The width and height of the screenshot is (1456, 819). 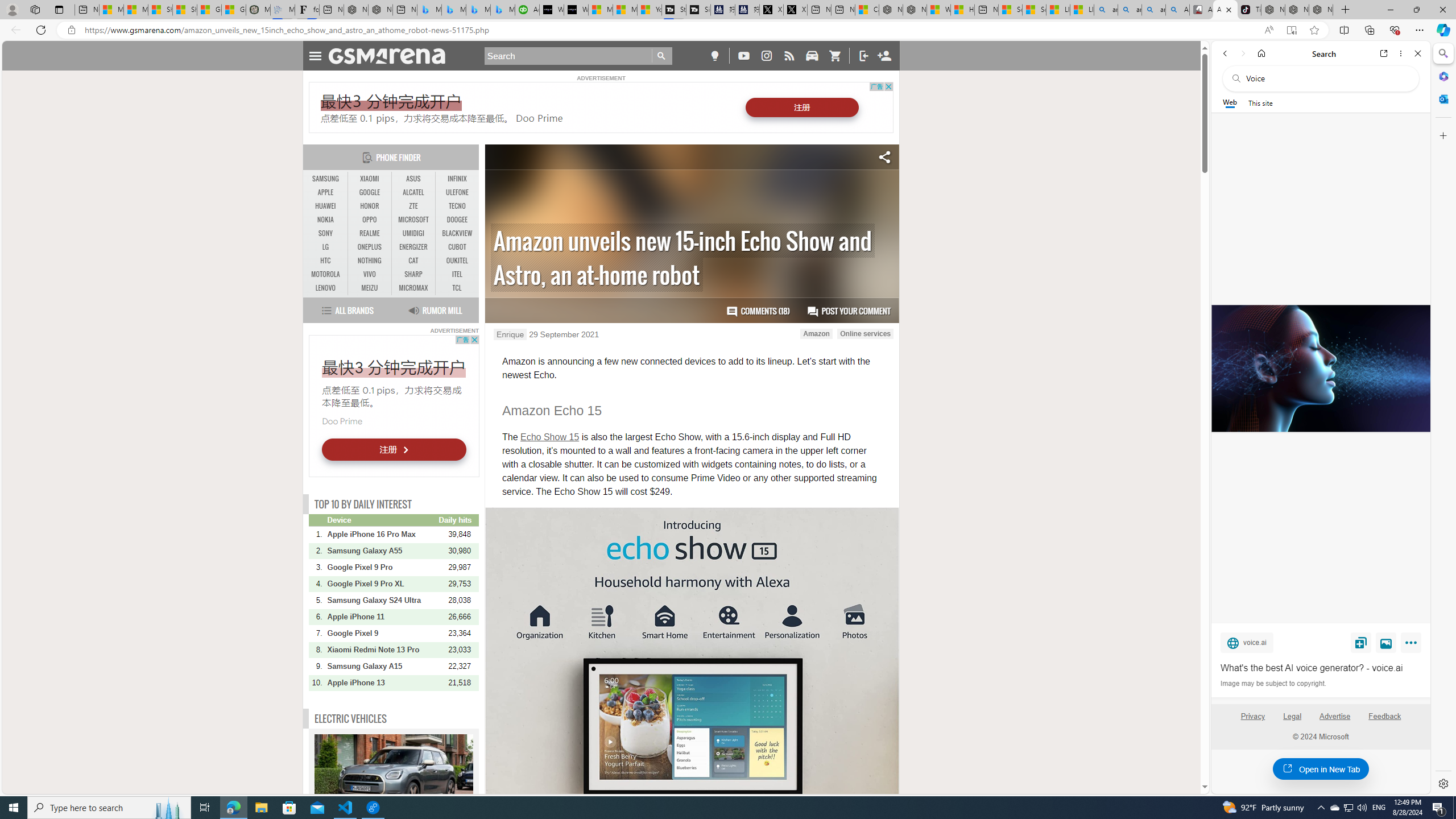 I want to click on 'NOTHING', so click(x=369, y=260).